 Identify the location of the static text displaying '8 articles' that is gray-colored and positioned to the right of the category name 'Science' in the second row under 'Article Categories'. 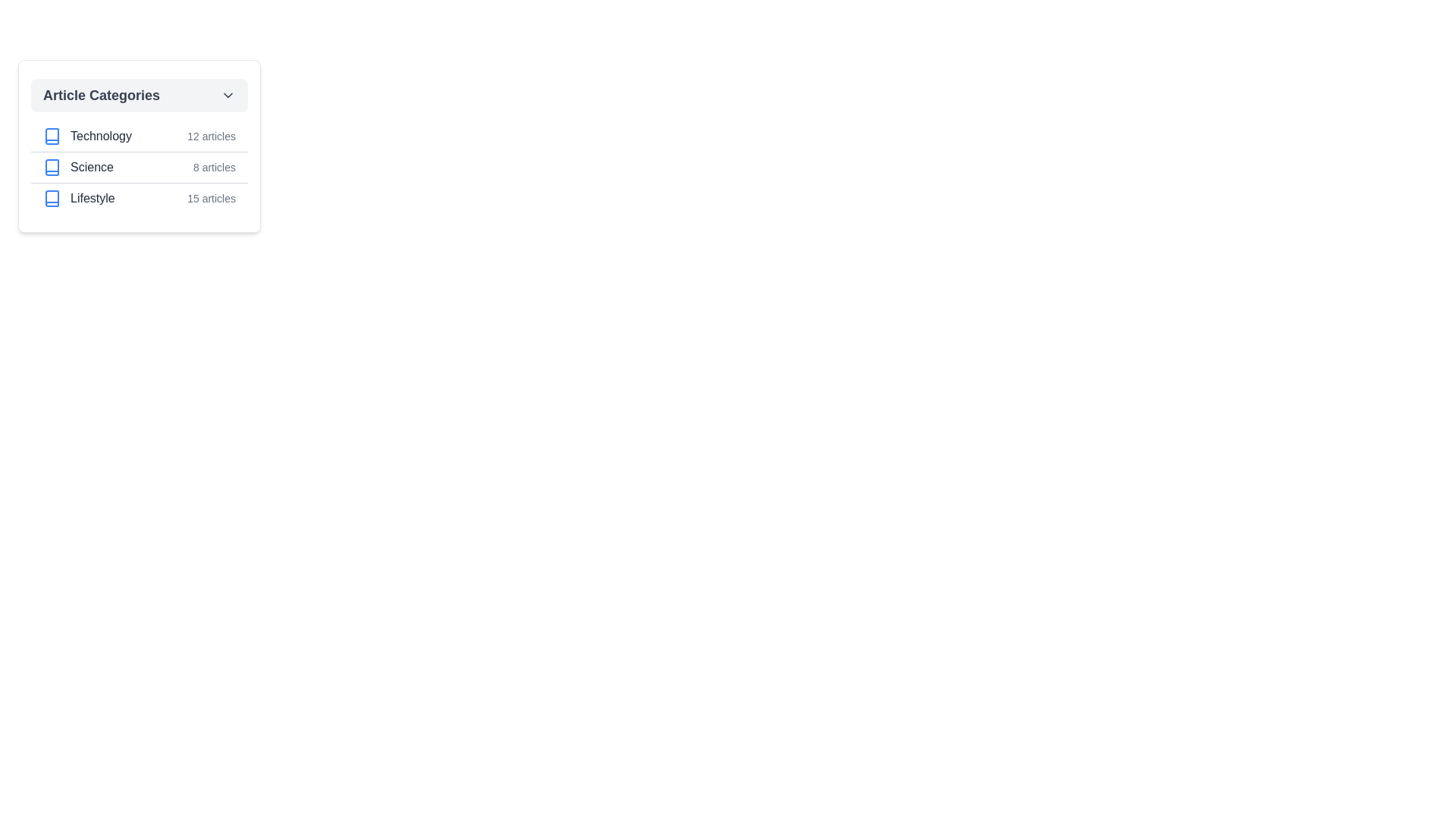
(214, 167).